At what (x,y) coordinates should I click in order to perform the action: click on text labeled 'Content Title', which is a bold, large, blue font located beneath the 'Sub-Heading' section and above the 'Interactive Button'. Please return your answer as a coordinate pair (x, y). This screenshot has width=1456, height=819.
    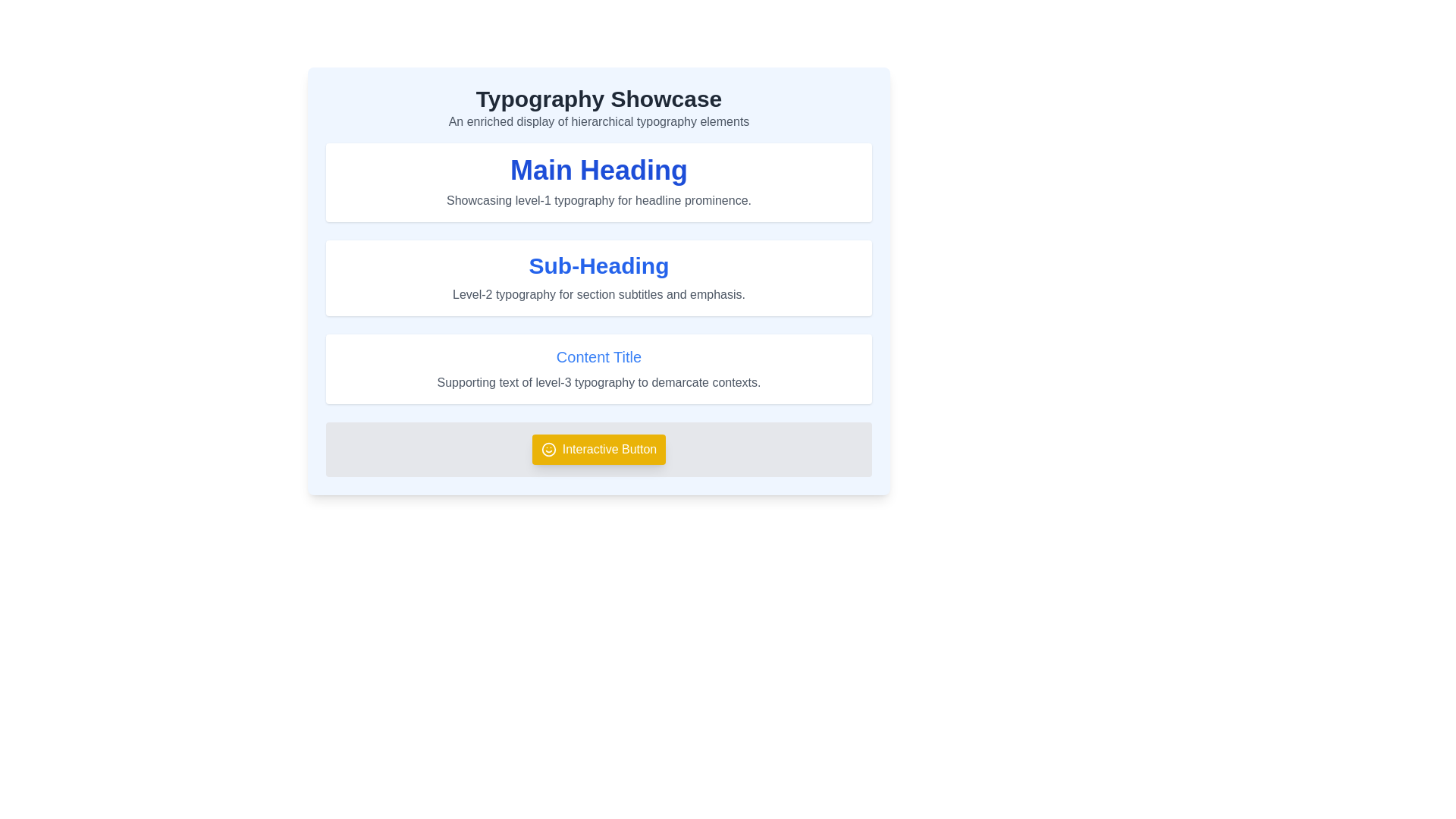
    Looking at the image, I should click on (598, 356).